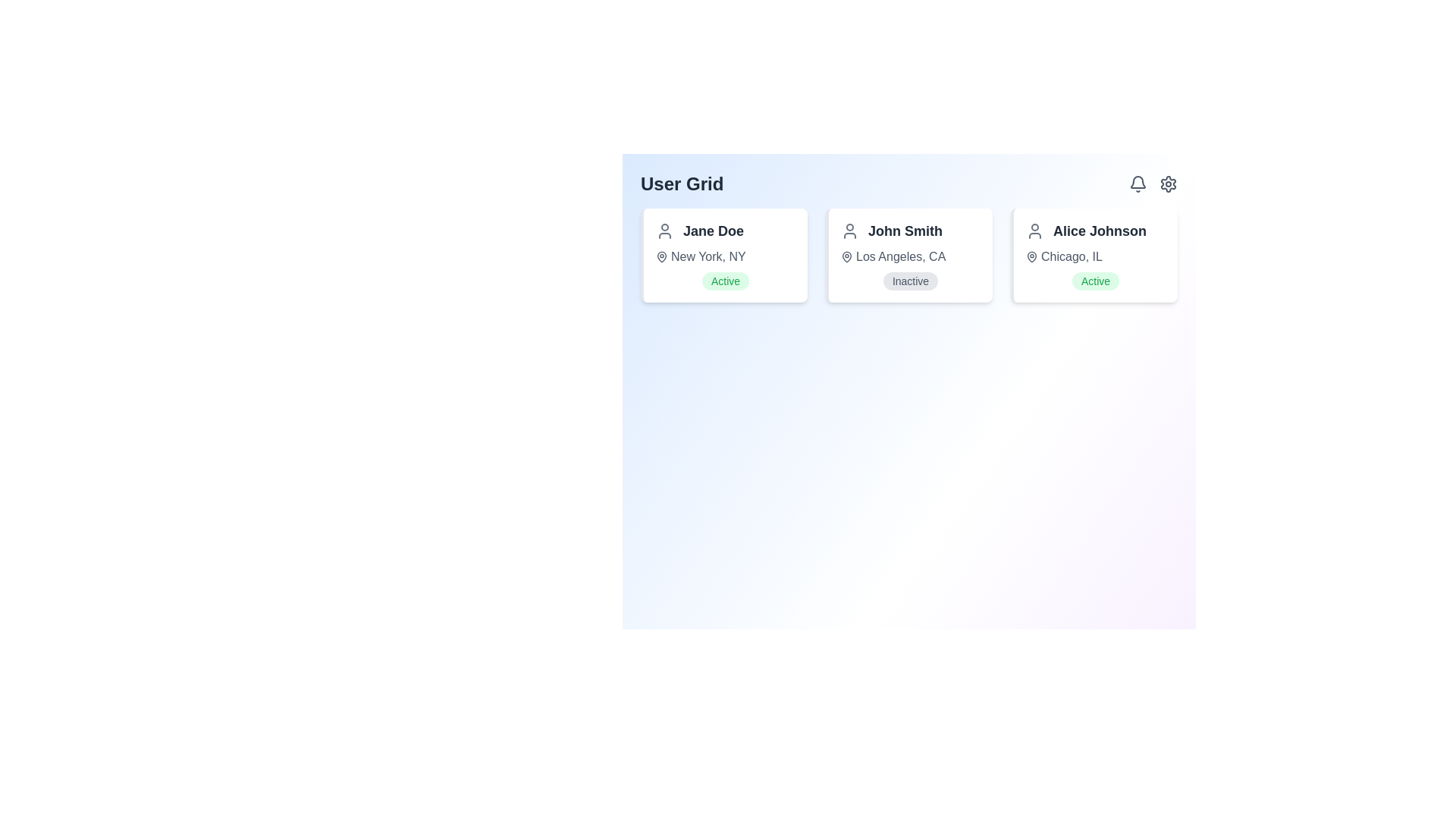  I want to click on the location pin icon indicating the location of 'Jane Doe' within her information card, positioned above the text 'New York, NY', so click(662, 256).